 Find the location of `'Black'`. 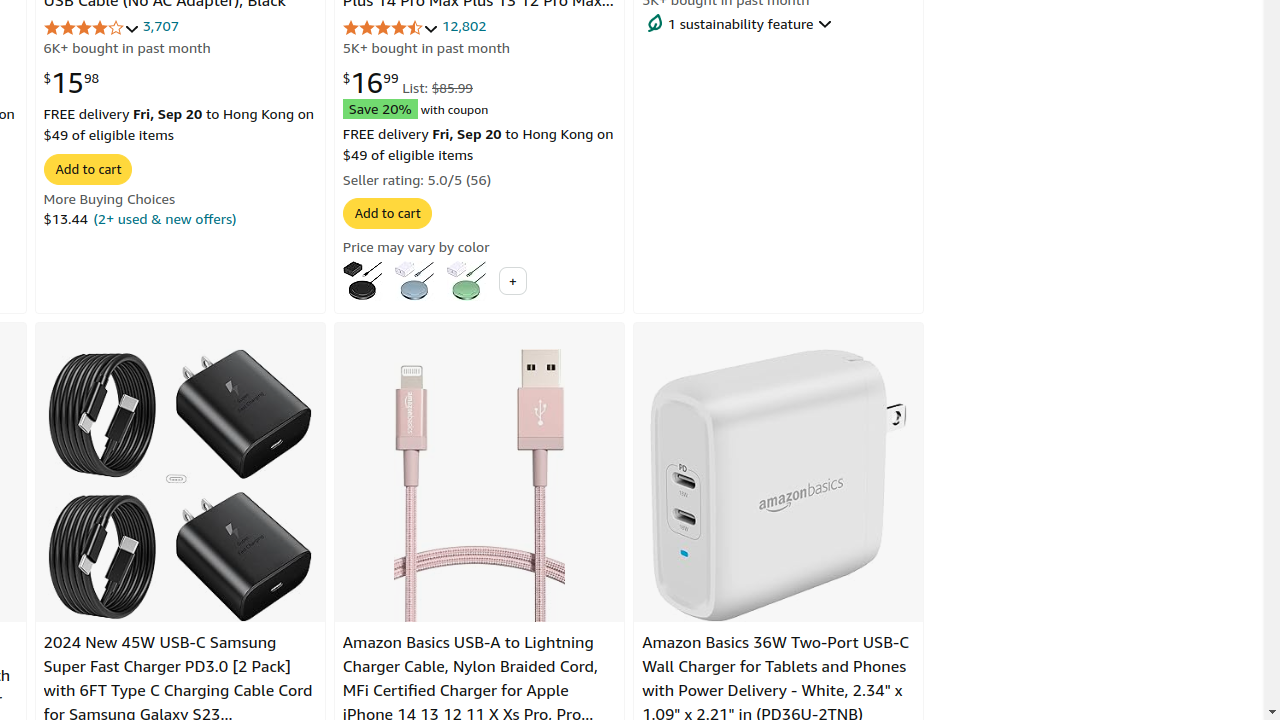

'Black' is located at coordinates (362, 280).